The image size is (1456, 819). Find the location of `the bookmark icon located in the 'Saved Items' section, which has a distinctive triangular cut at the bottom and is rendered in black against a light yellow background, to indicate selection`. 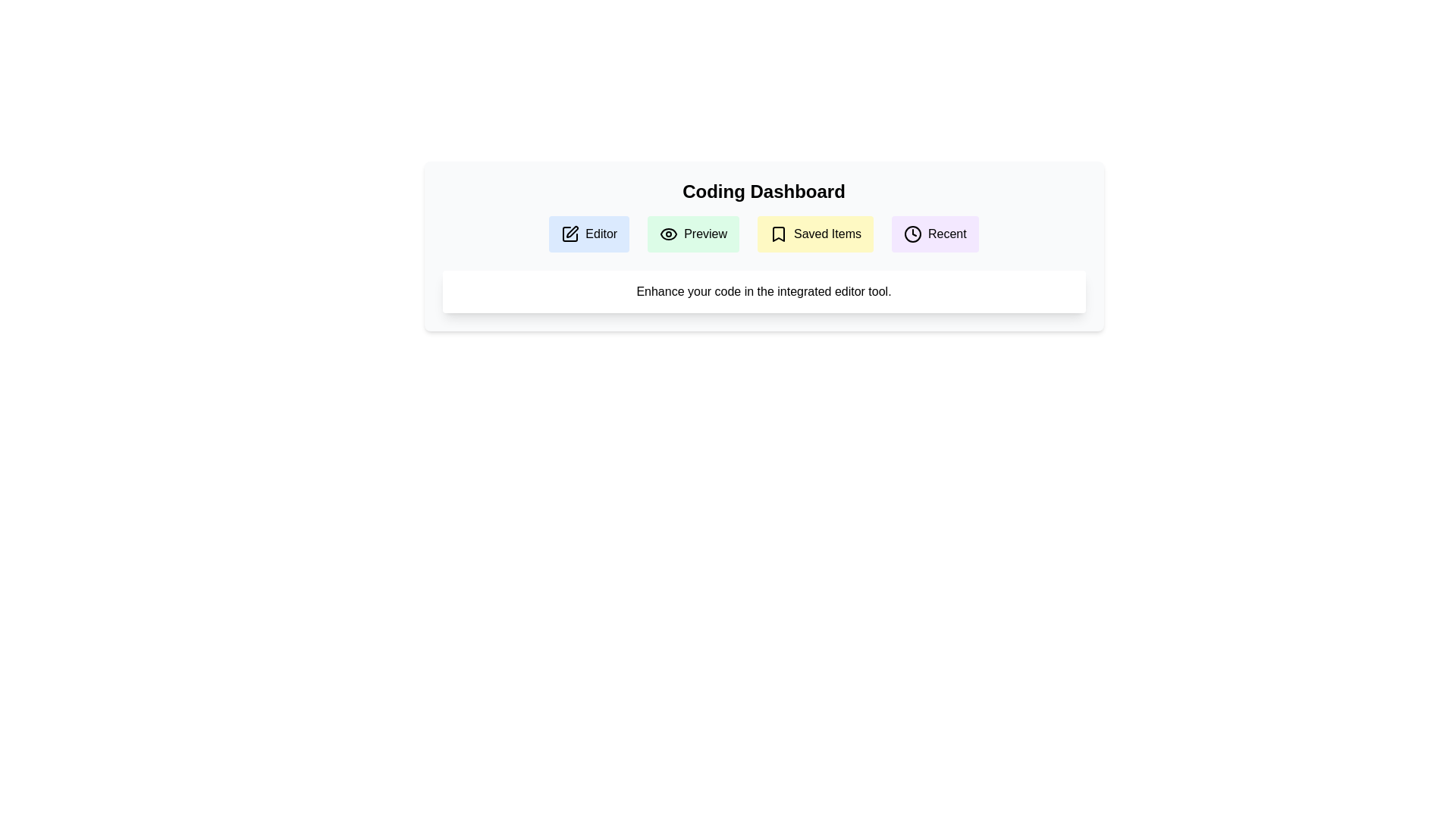

the bookmark icon located in the 'Saved Items' section, which has a distinctive triangular cut at the bottom and is rendered in black against a light yellow background, to indicate selection is located at coordinates (779, 234).